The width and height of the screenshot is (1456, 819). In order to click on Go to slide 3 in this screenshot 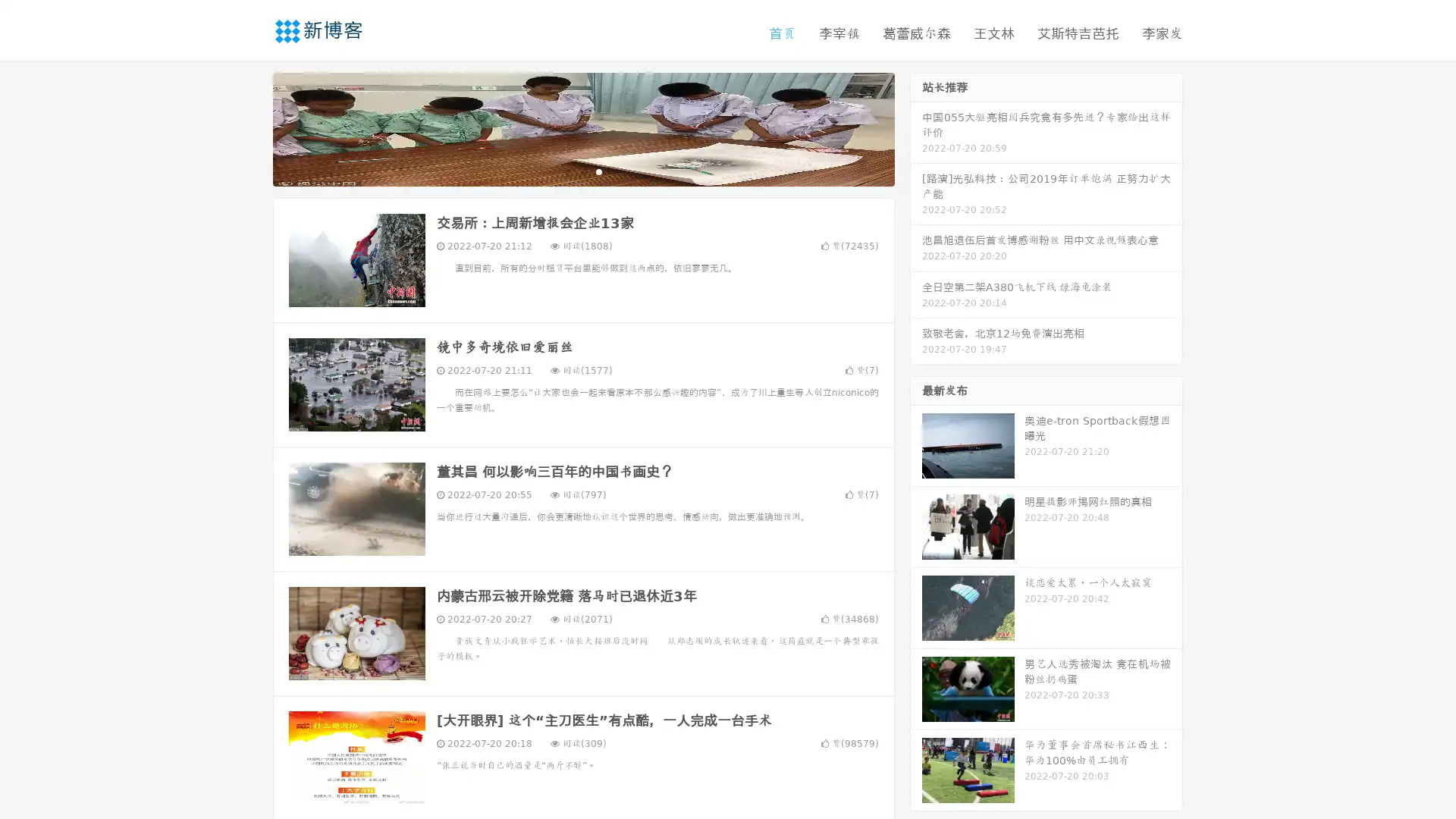, I will do `click(598, 171)`.